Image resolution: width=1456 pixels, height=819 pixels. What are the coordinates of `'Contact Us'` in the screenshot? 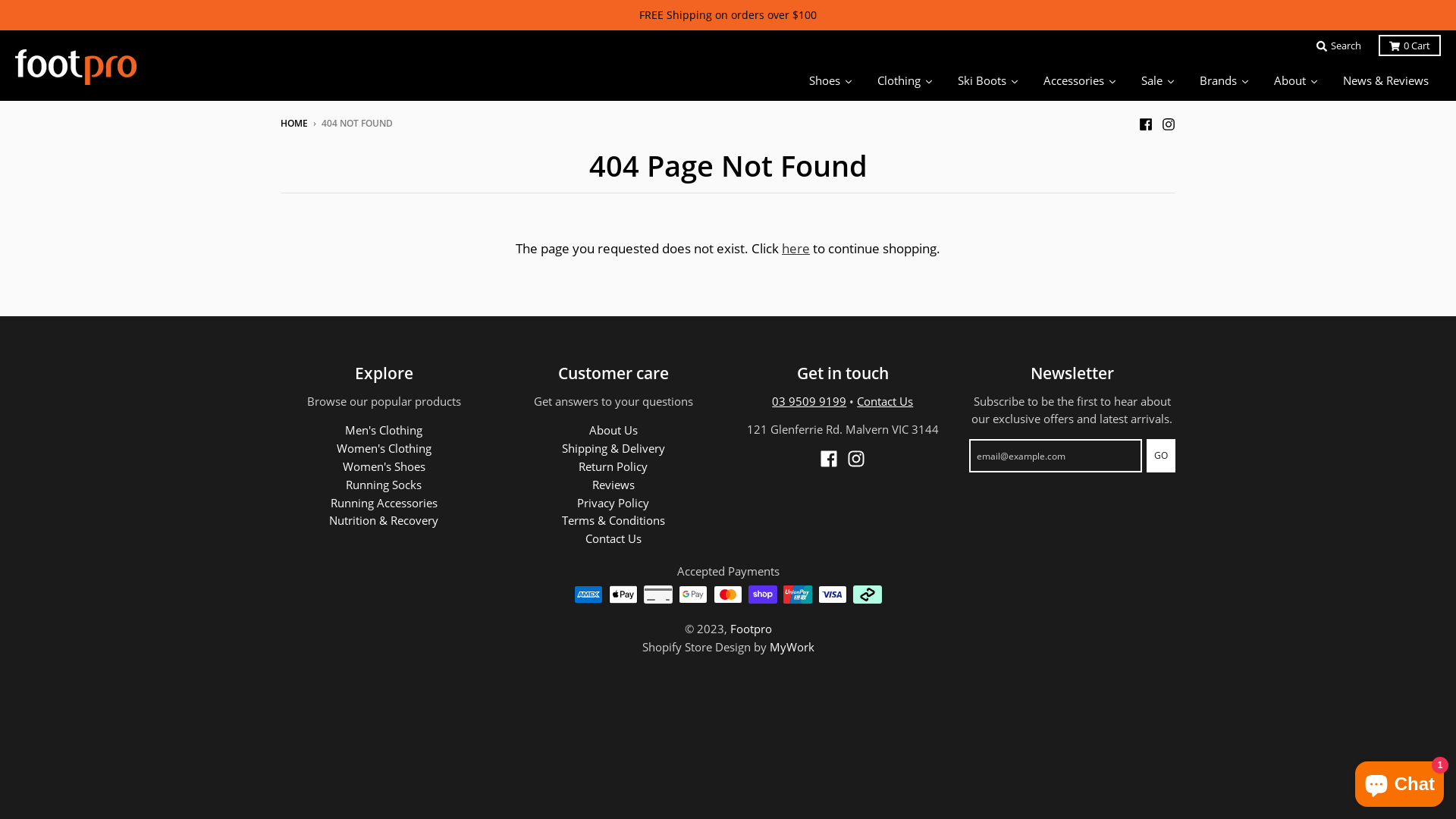 It's located at (884, 400).